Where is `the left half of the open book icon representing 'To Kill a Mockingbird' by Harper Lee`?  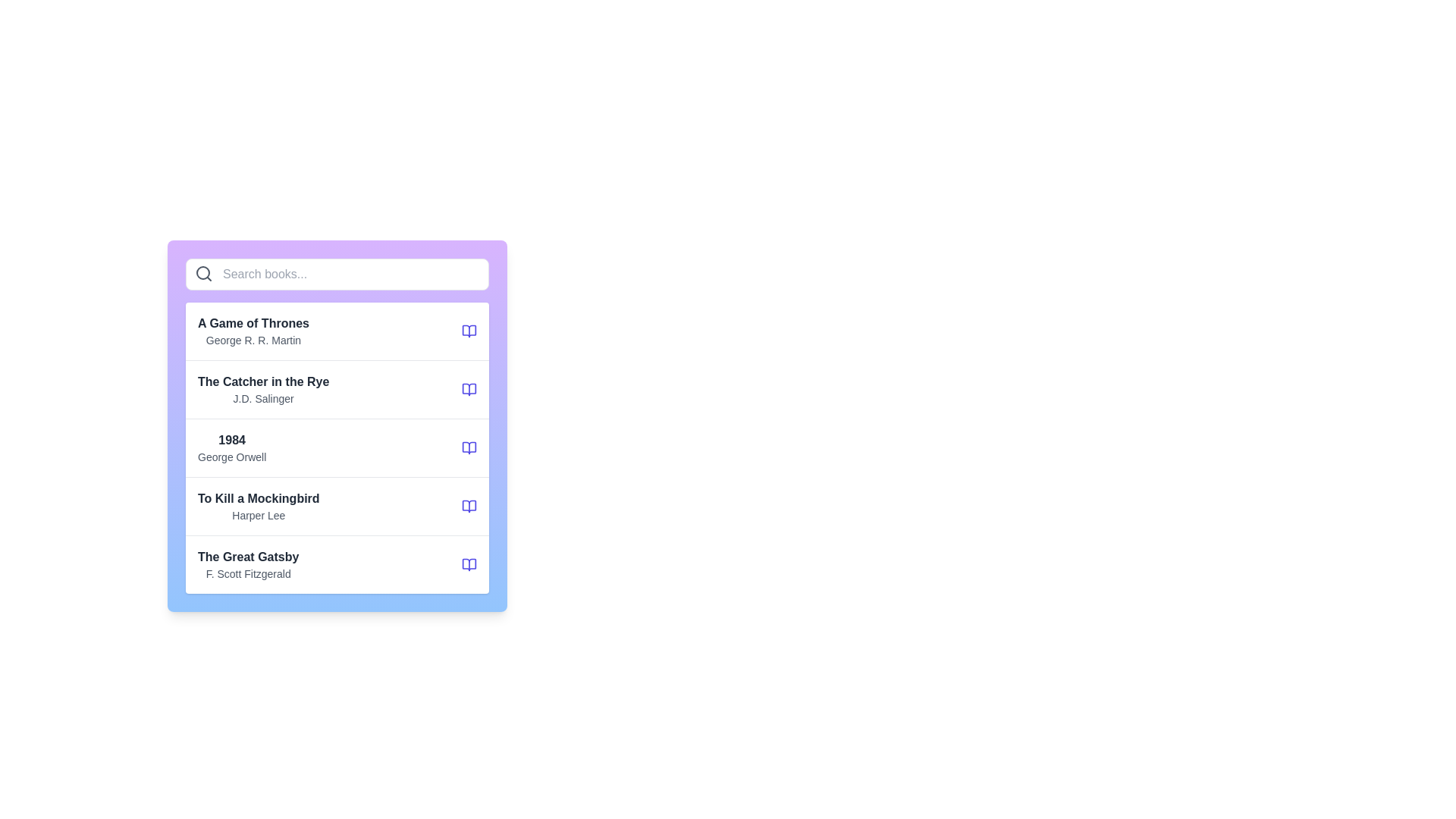 the left half of the open book icon representing 'To Kill a Mockingbird' by Harper Lee is located at coordinates (469, 506).